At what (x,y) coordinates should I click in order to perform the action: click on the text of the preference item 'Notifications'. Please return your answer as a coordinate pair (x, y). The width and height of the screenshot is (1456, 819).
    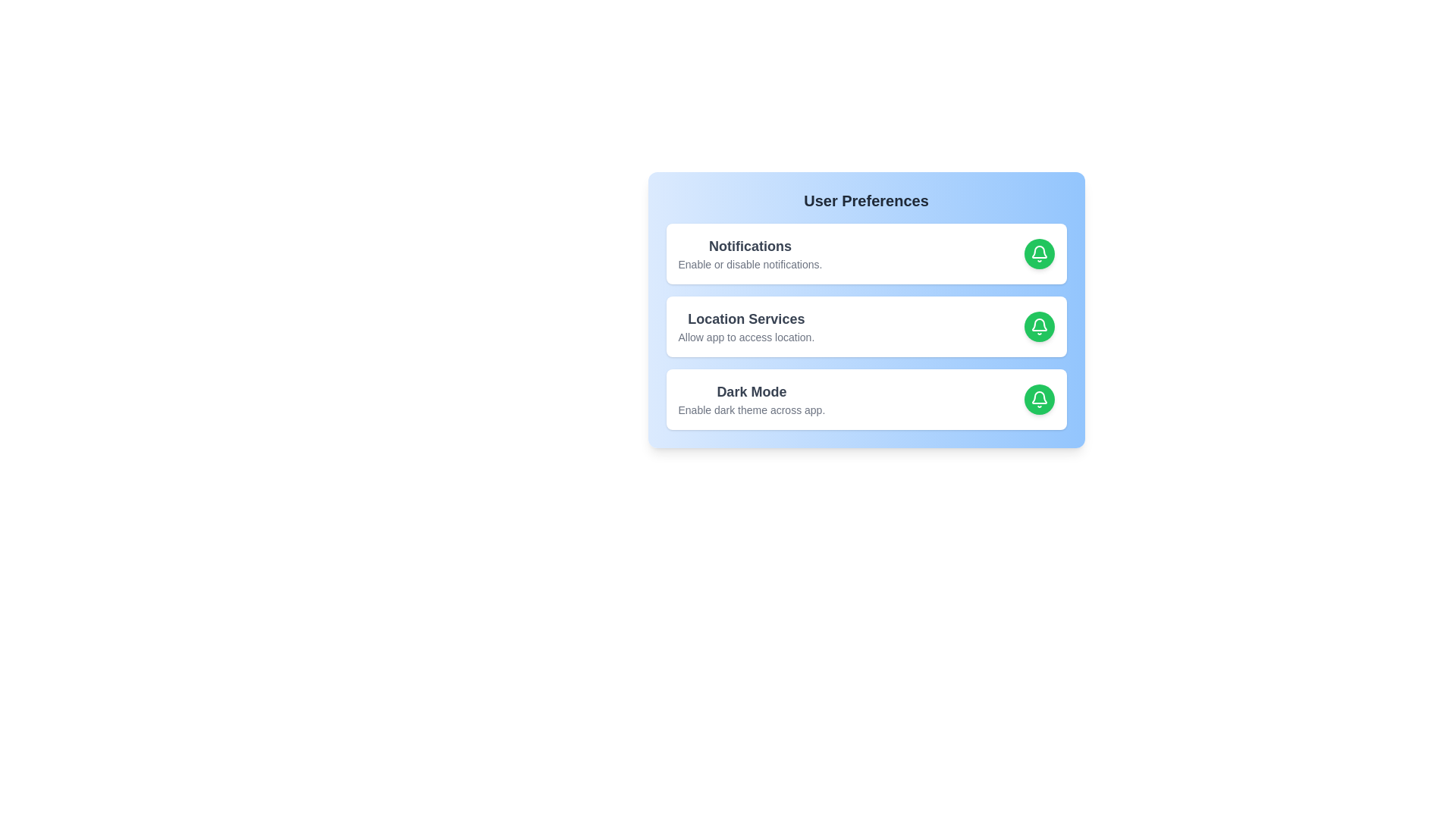
    Looking at the image, I should click on (750, 245).